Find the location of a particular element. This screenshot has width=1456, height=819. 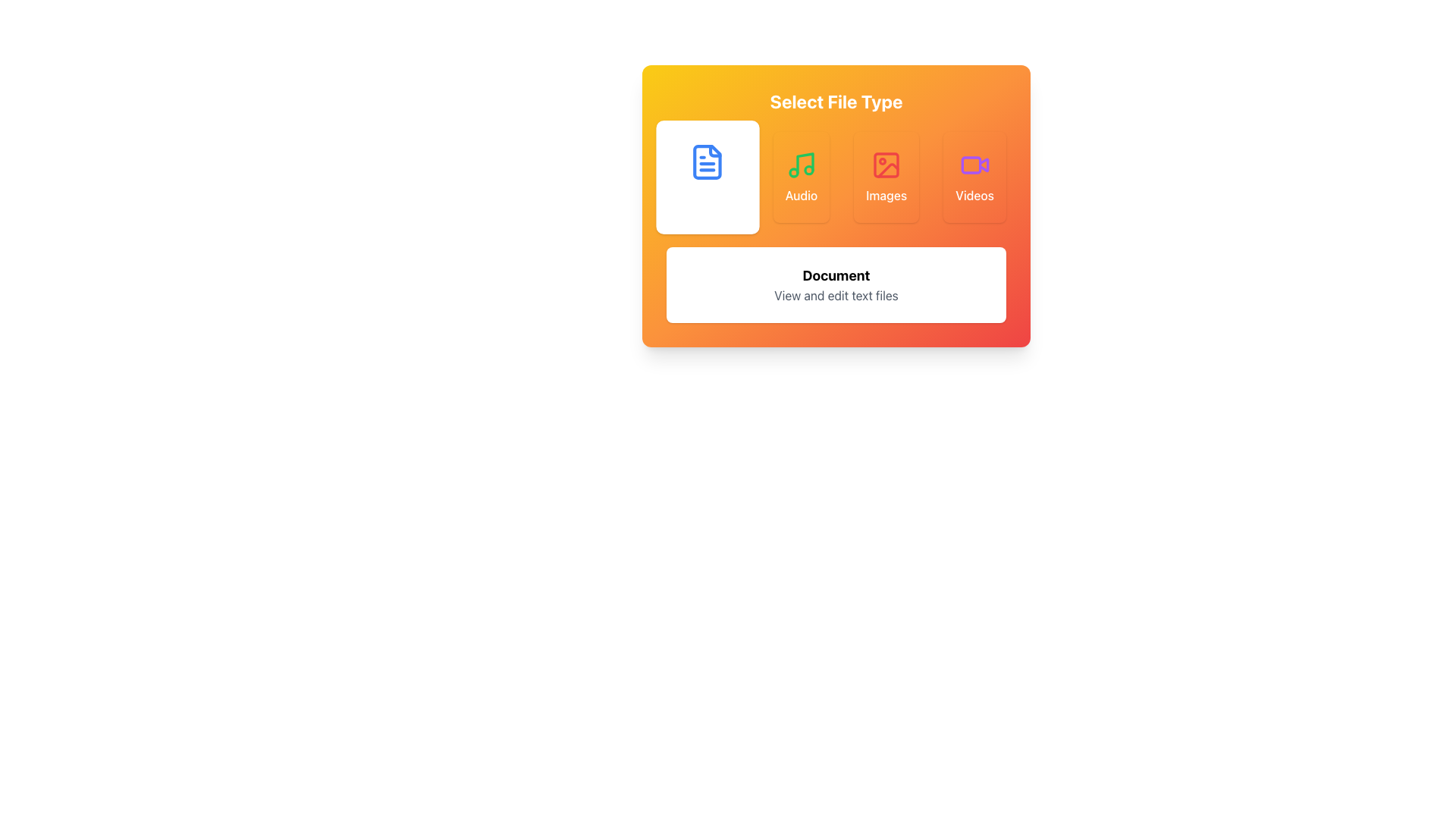

the green musical note icon located in the 'Audio' section of the selection panel, positioned between the first option and the Images option is located at coordinates (800, 165).